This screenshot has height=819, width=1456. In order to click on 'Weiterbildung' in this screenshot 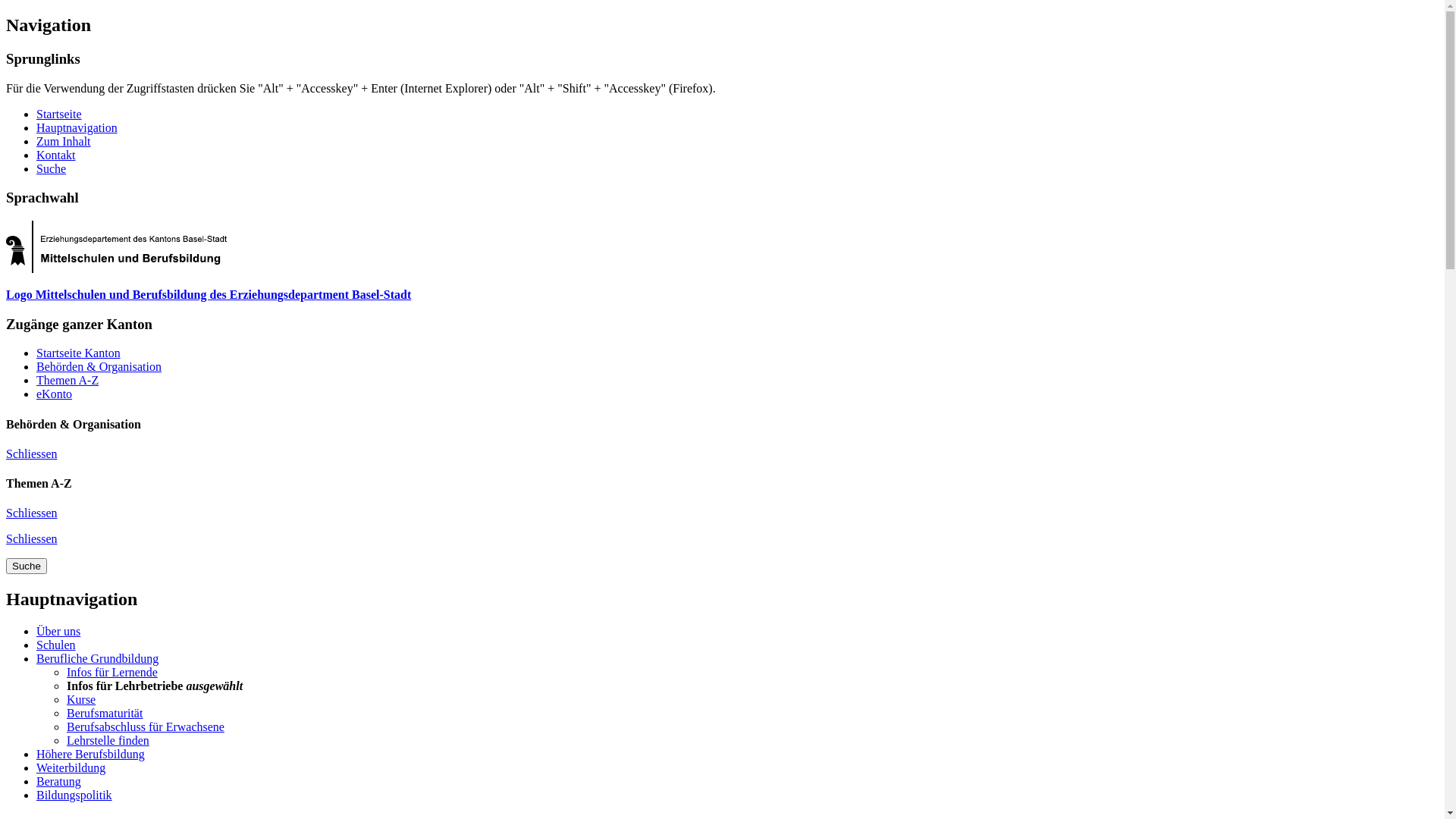, I will do `click(70, 767)`.